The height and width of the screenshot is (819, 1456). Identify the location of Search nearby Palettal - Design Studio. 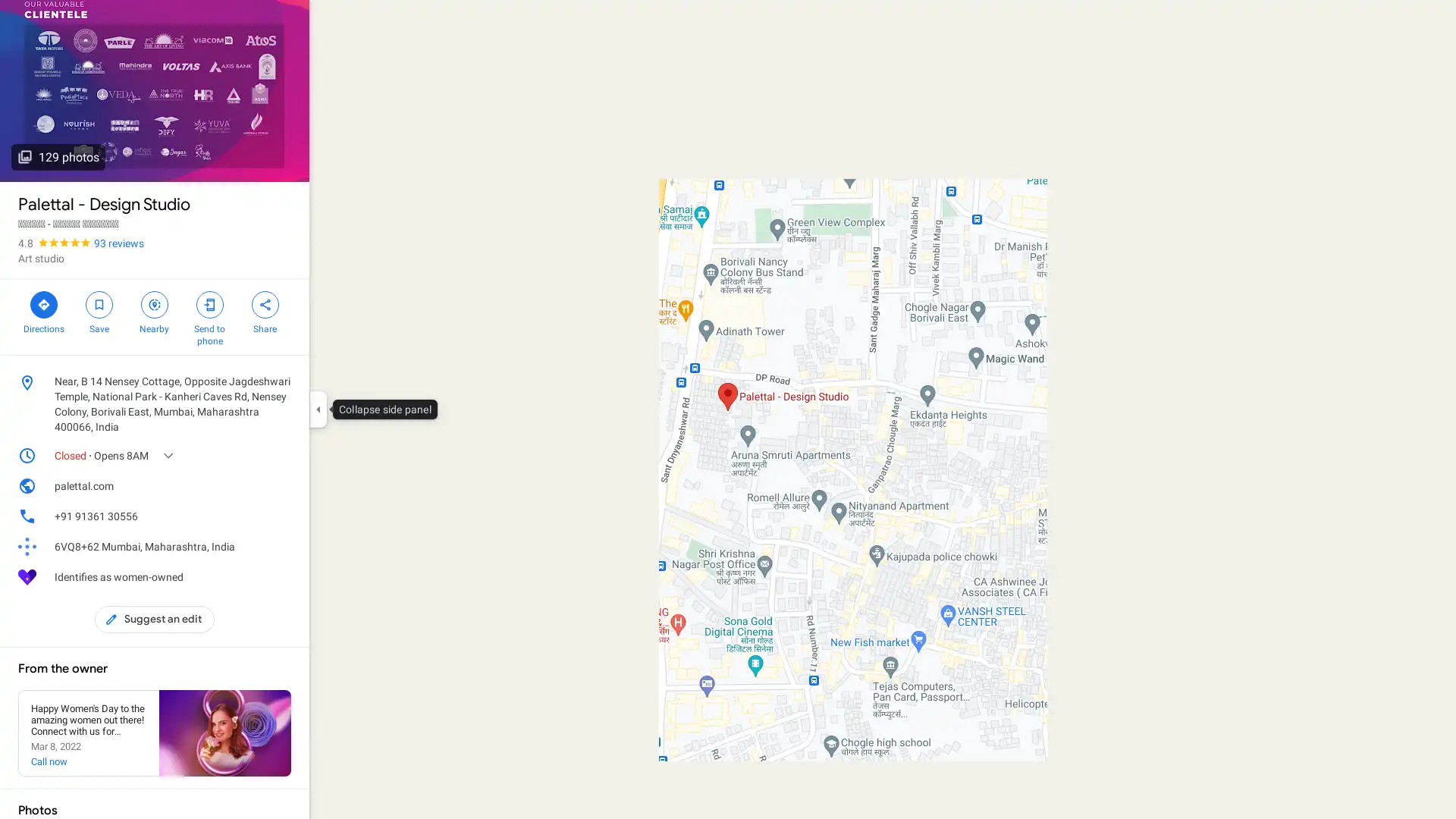
(154, 309).